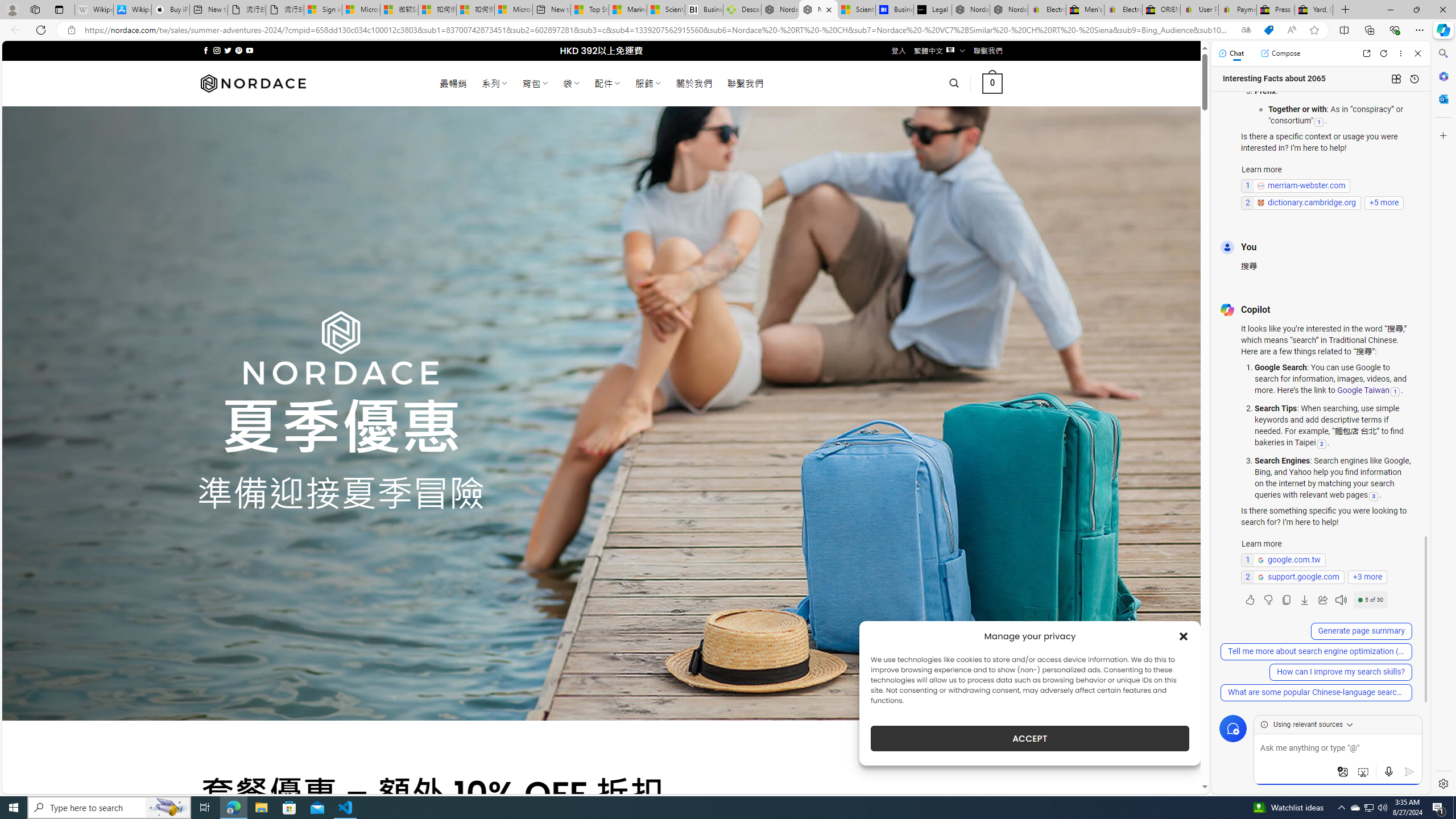 The height and width of the screenshot is (819, 1456). What do you see at coordinates (992, 82) in the screenshot?
I see `' 0 '` at bounding box center [992, 82].